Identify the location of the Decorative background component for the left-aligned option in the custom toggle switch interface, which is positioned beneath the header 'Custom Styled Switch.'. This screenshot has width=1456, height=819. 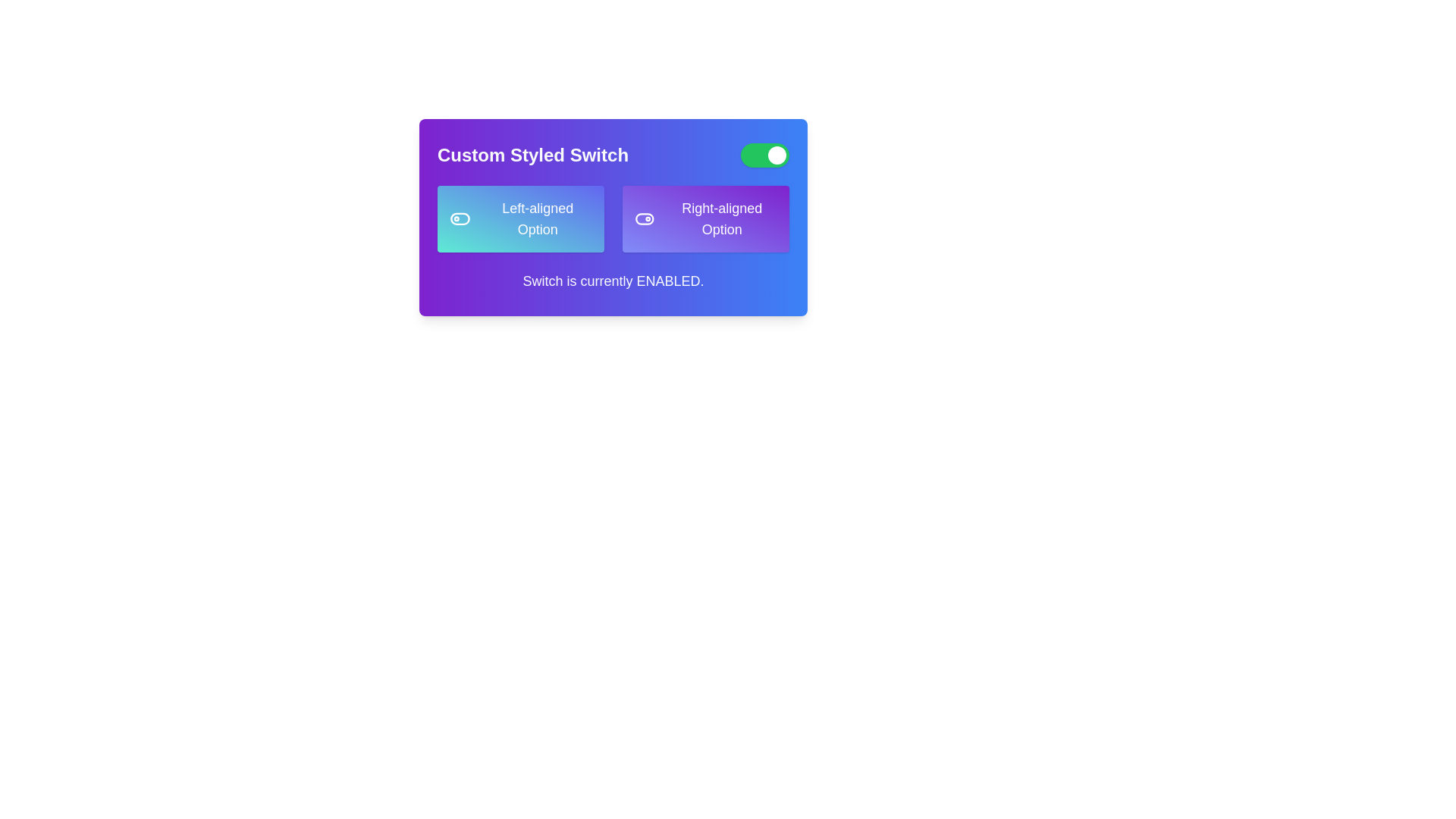
(460, 219).